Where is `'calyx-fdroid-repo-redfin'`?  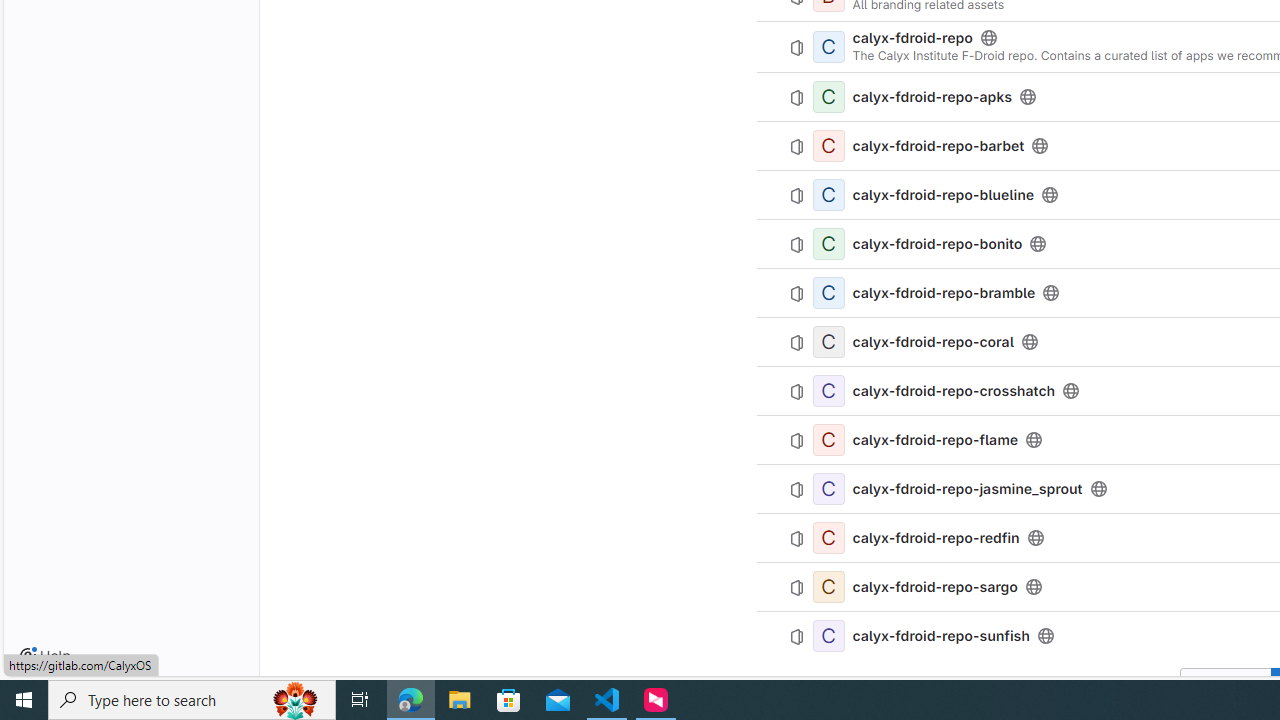 'calyx-fdroid-repo-redfin' is located at coordinates (935, 536).